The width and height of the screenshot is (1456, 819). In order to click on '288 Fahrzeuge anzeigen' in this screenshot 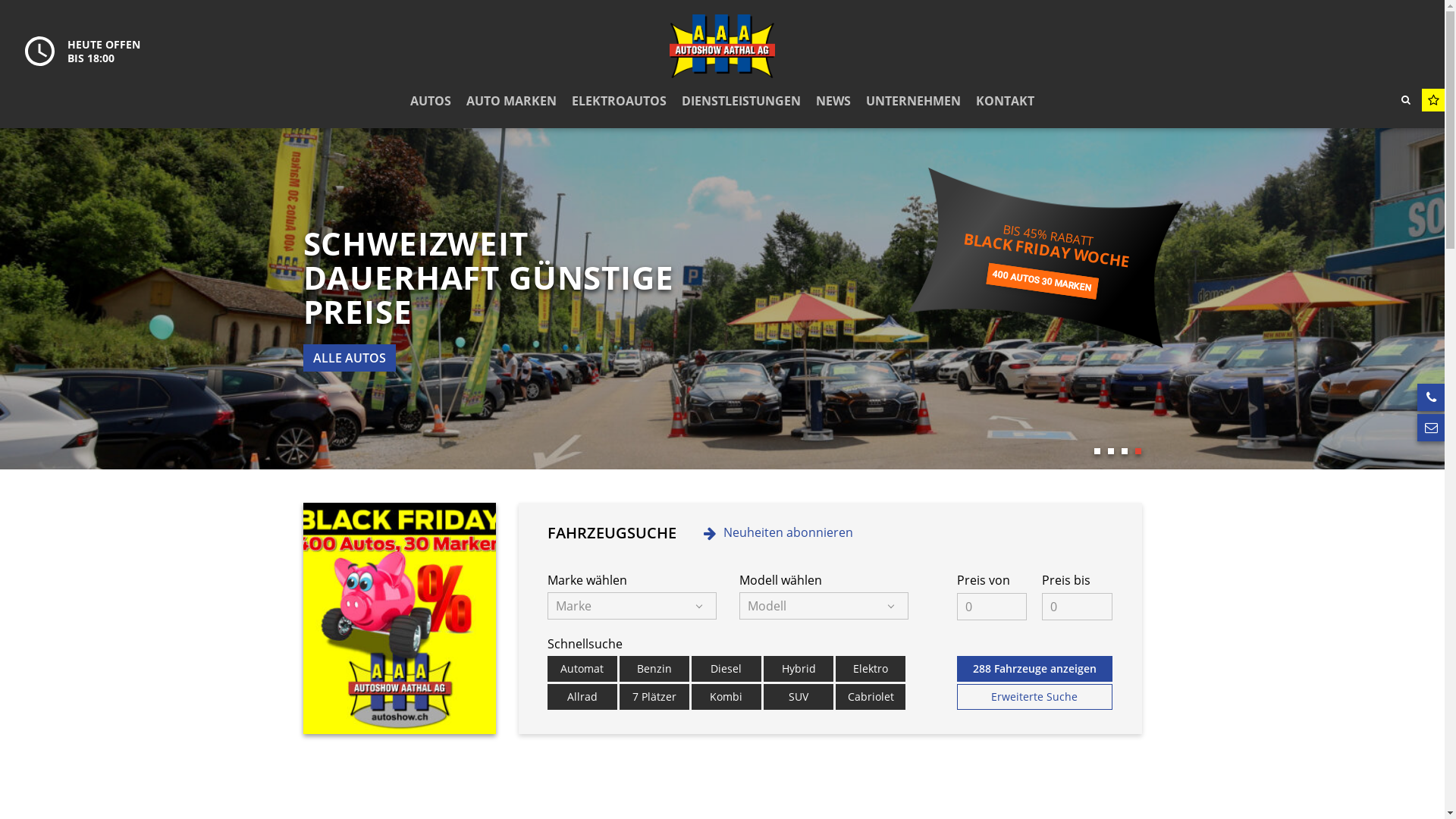, I will do `click(1034, 668)`.